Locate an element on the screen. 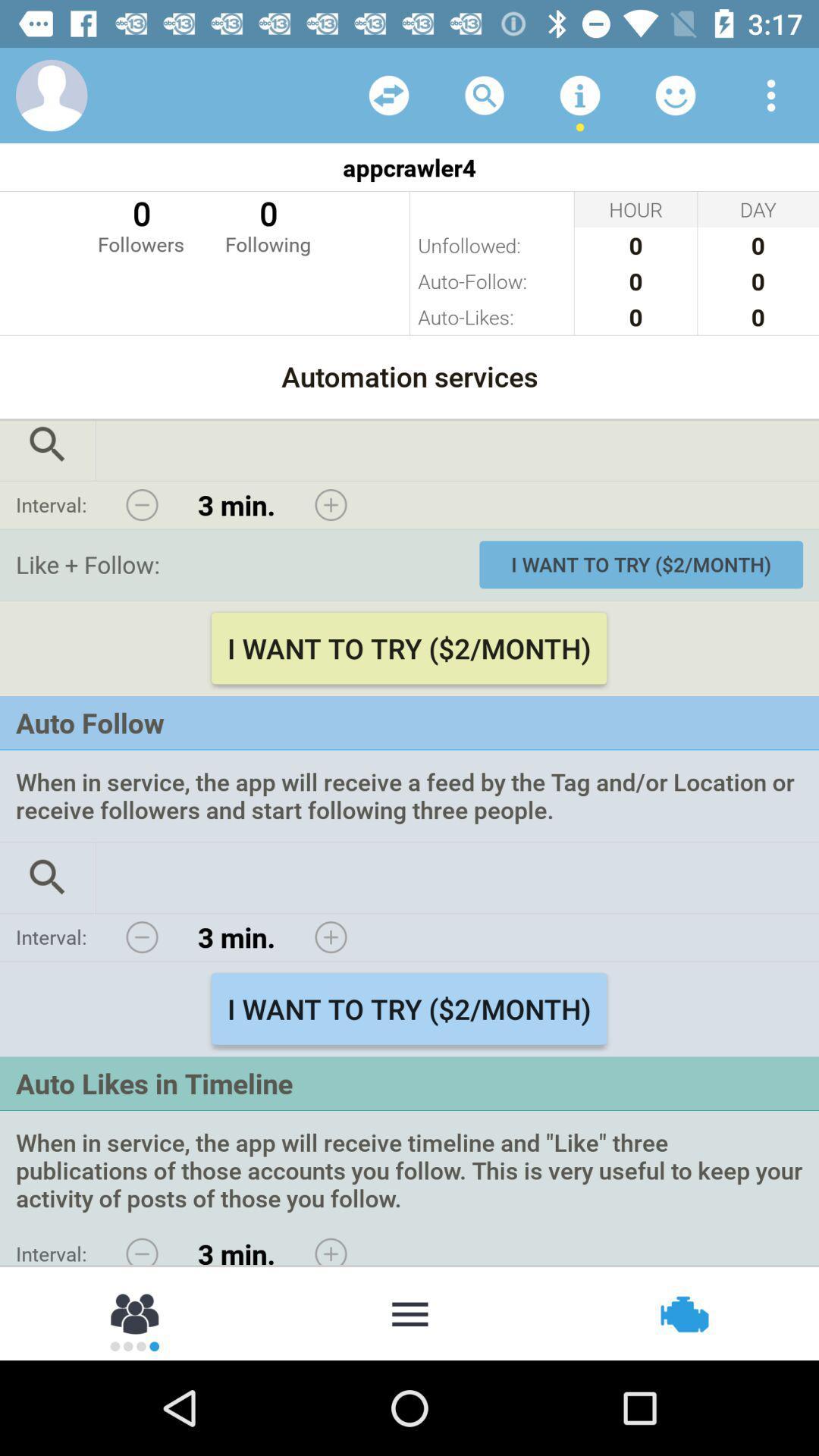  moer option is located at coordinates (409, 1312).